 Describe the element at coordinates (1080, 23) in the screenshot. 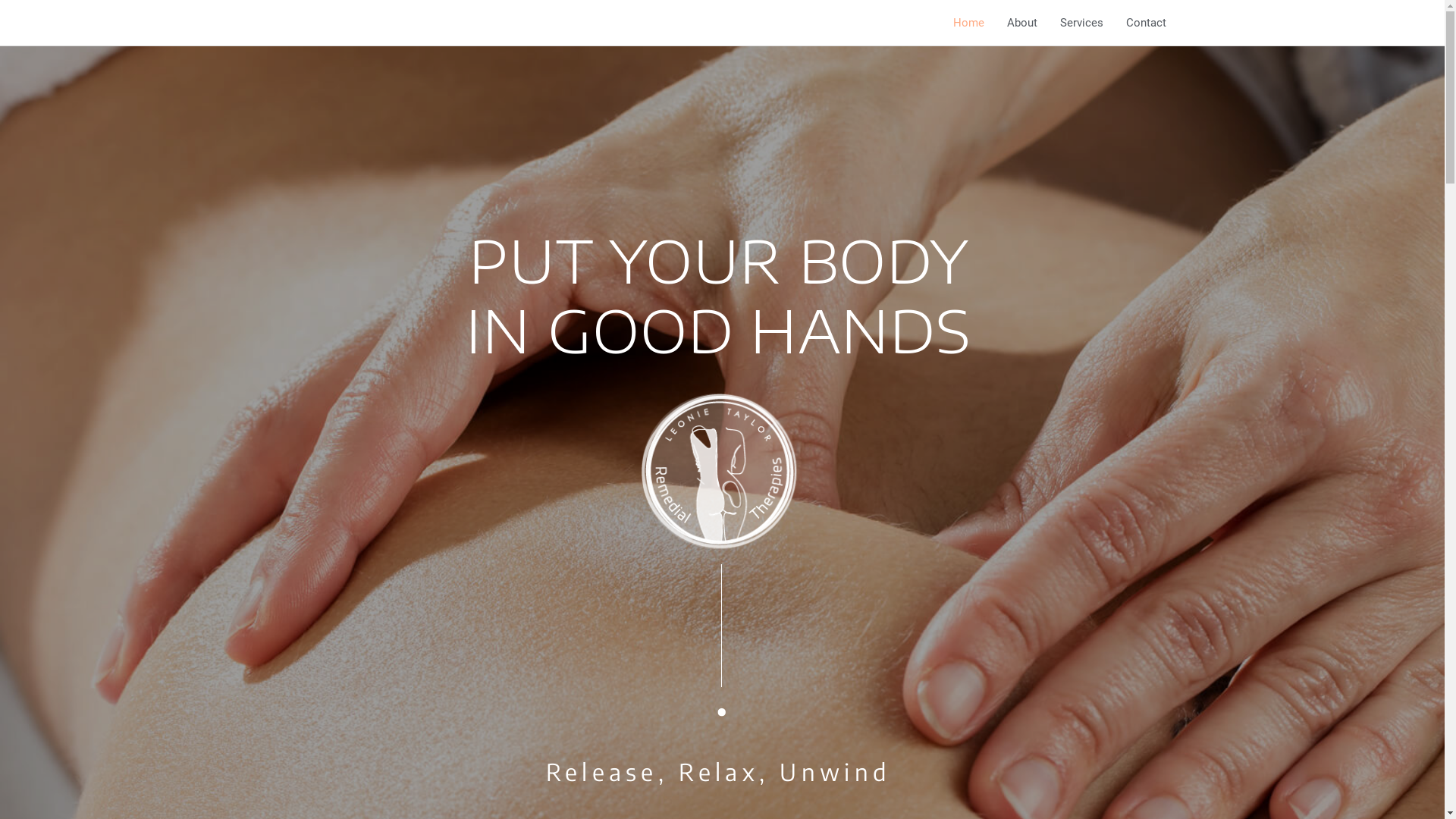

I see `'Services'` at that location.